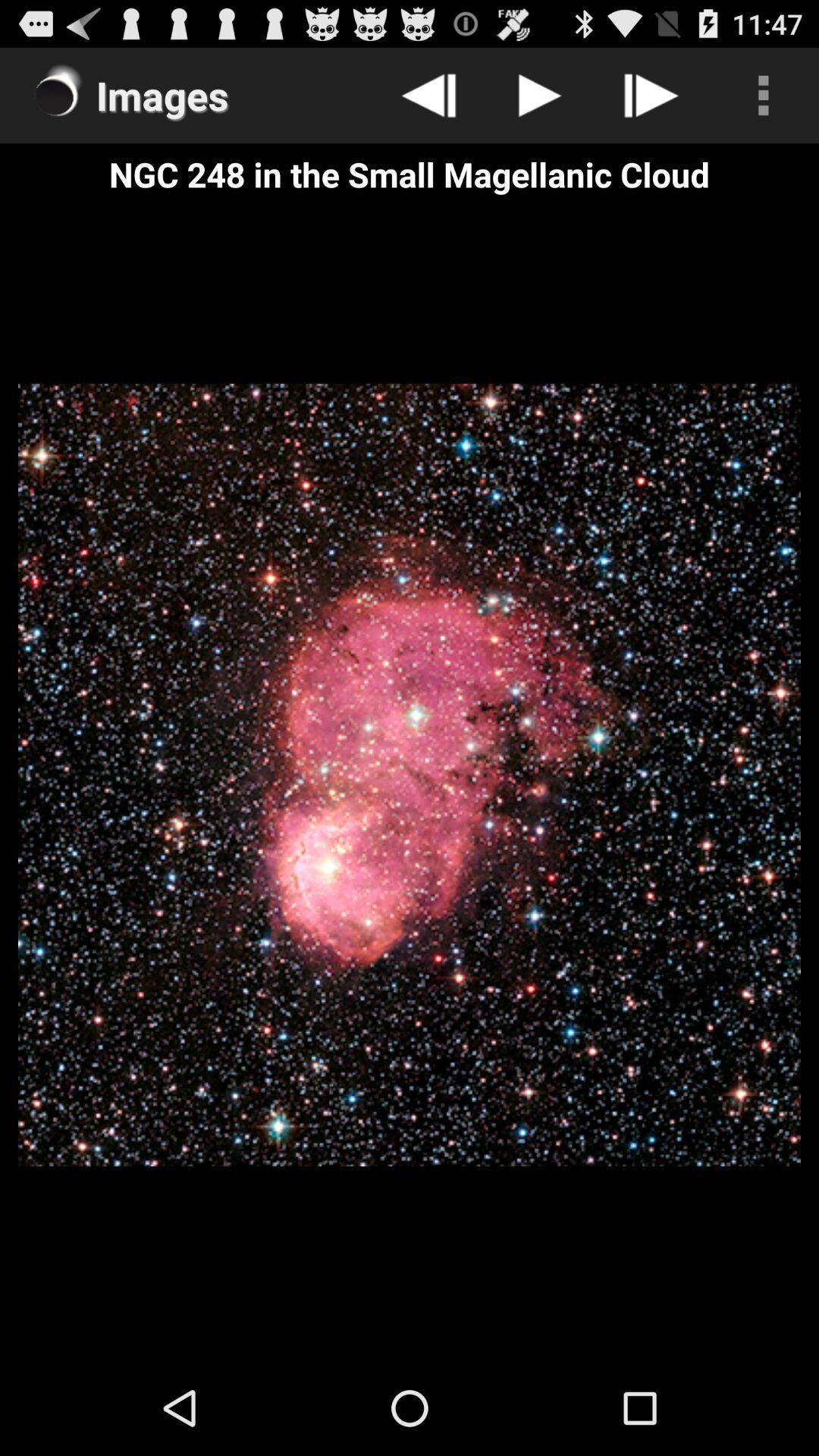  Describe the element at coordinates (428, 94) in the screenshot. I see `previous image` at that location.